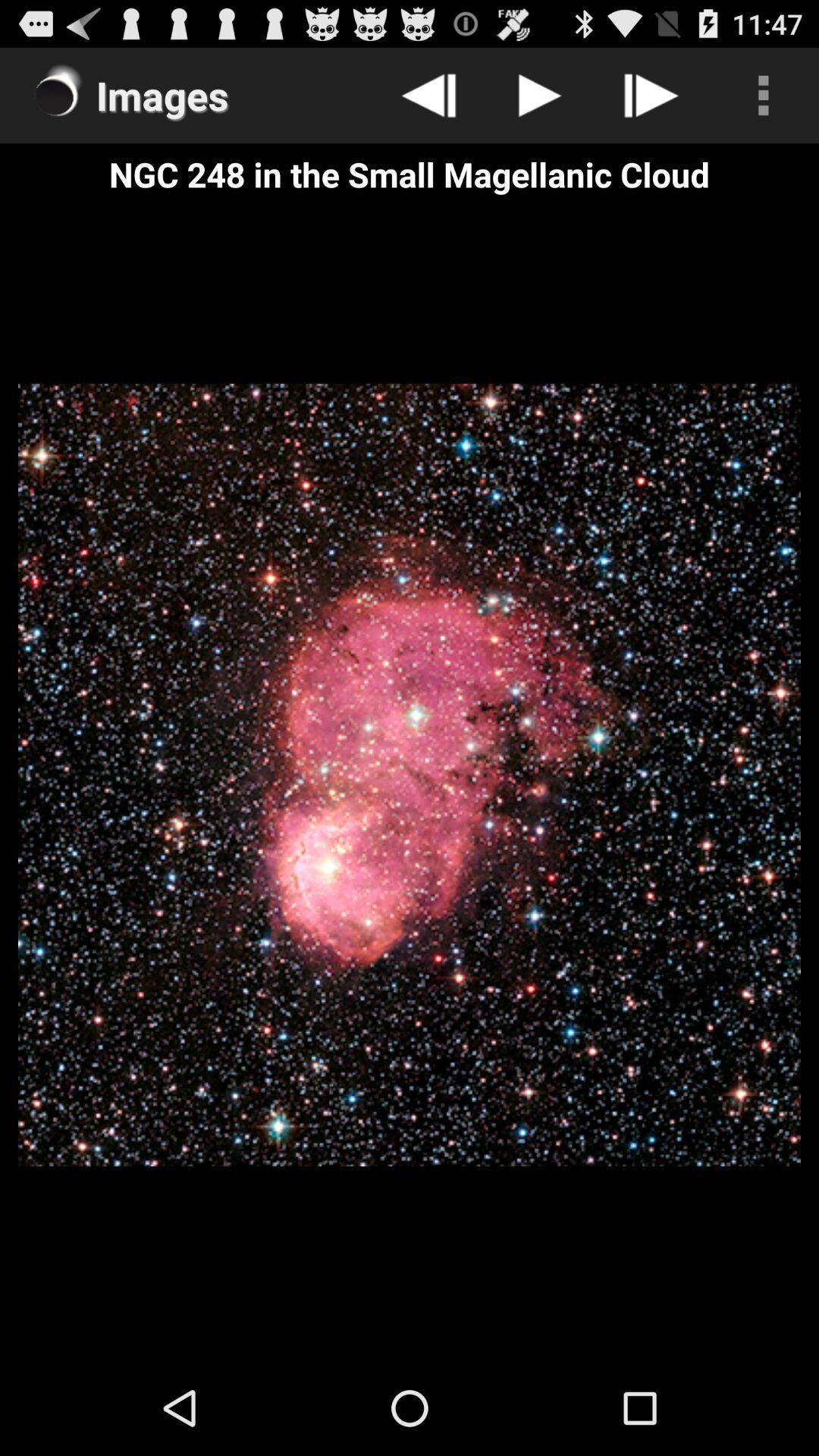  Describe the element at coordinates (428, 94) in the screenshot. I see `previous image` at that location.